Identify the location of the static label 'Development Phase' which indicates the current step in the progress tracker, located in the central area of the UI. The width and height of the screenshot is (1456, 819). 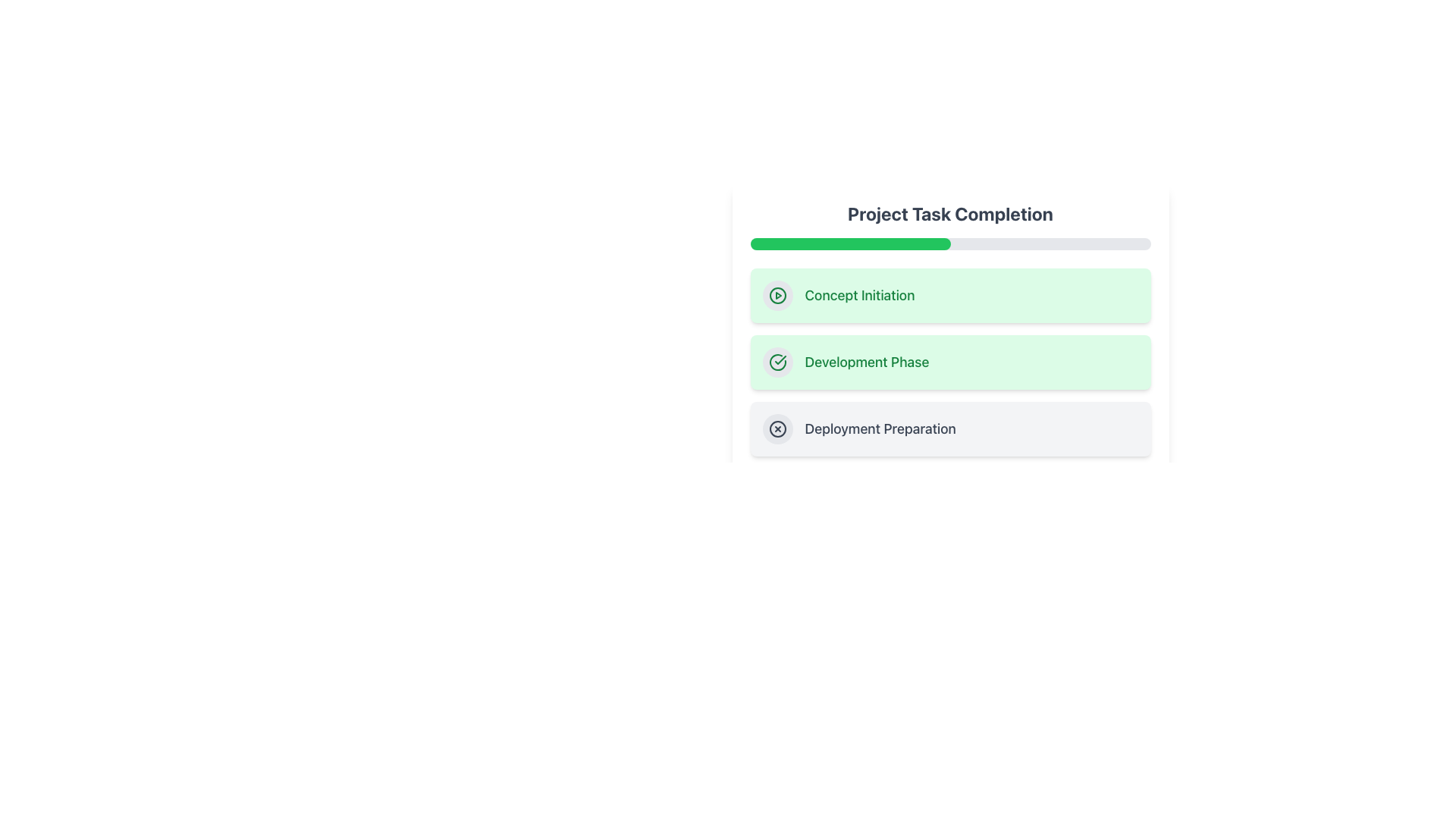
(867, 362).